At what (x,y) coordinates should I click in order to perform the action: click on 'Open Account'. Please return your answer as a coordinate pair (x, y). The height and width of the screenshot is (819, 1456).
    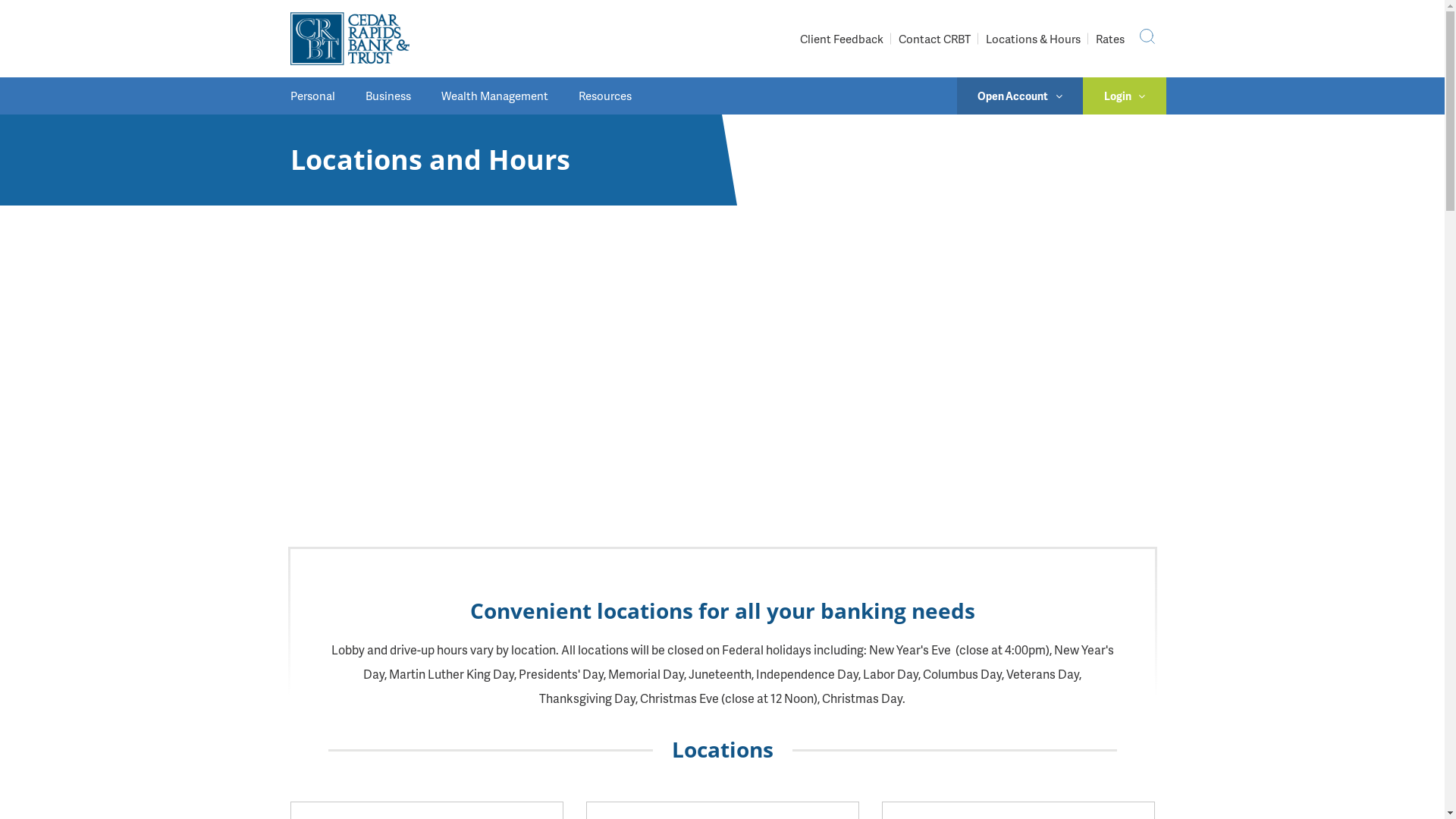
    Looking at the image, I should click on (956, 96).